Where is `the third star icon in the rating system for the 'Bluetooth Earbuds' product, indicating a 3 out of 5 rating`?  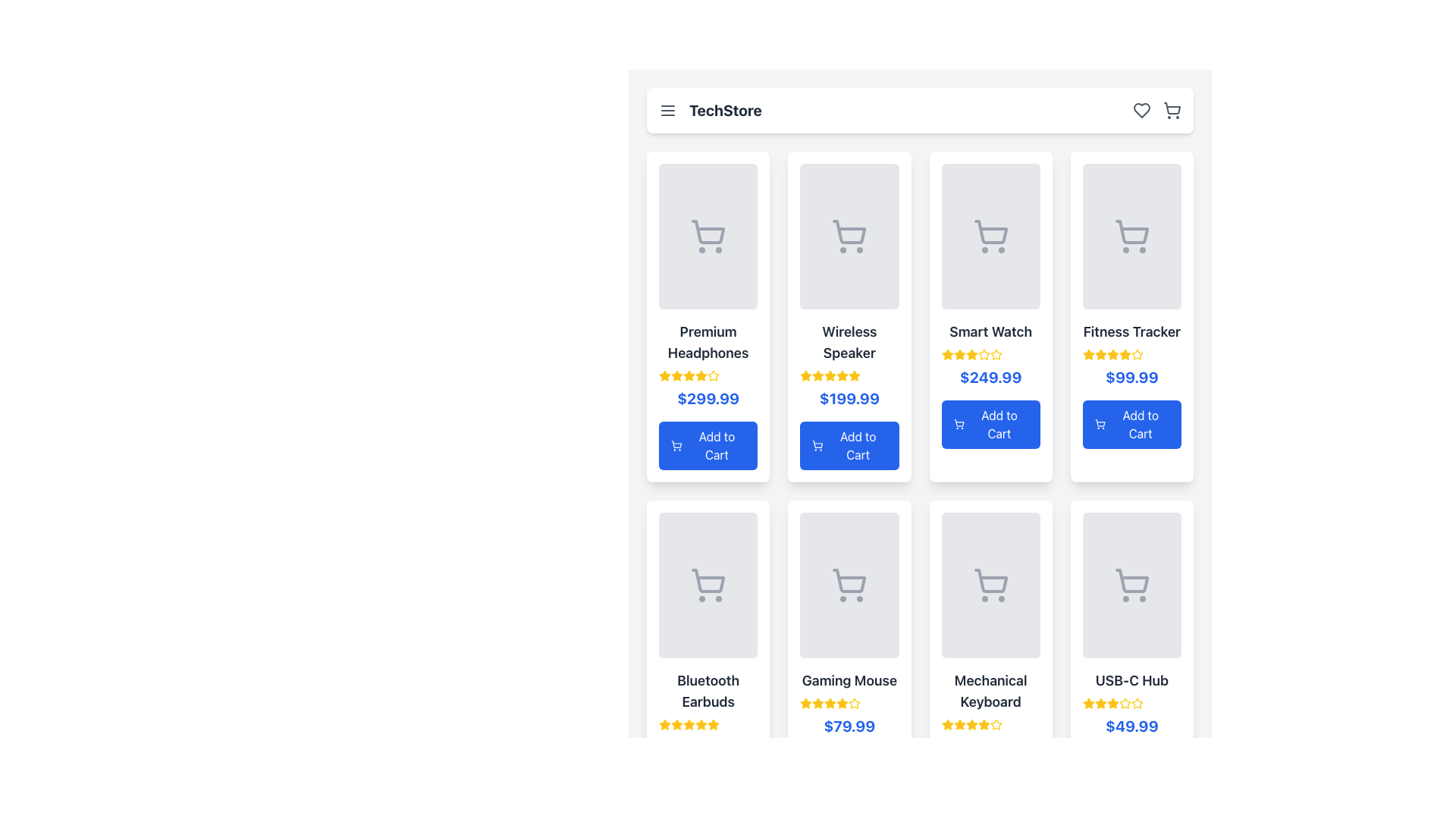
the third star icon in the rating system for the 'Bluetooth Earbuds' product, indicating a 3 out of 5 rating is located at coordinates (676, 724).